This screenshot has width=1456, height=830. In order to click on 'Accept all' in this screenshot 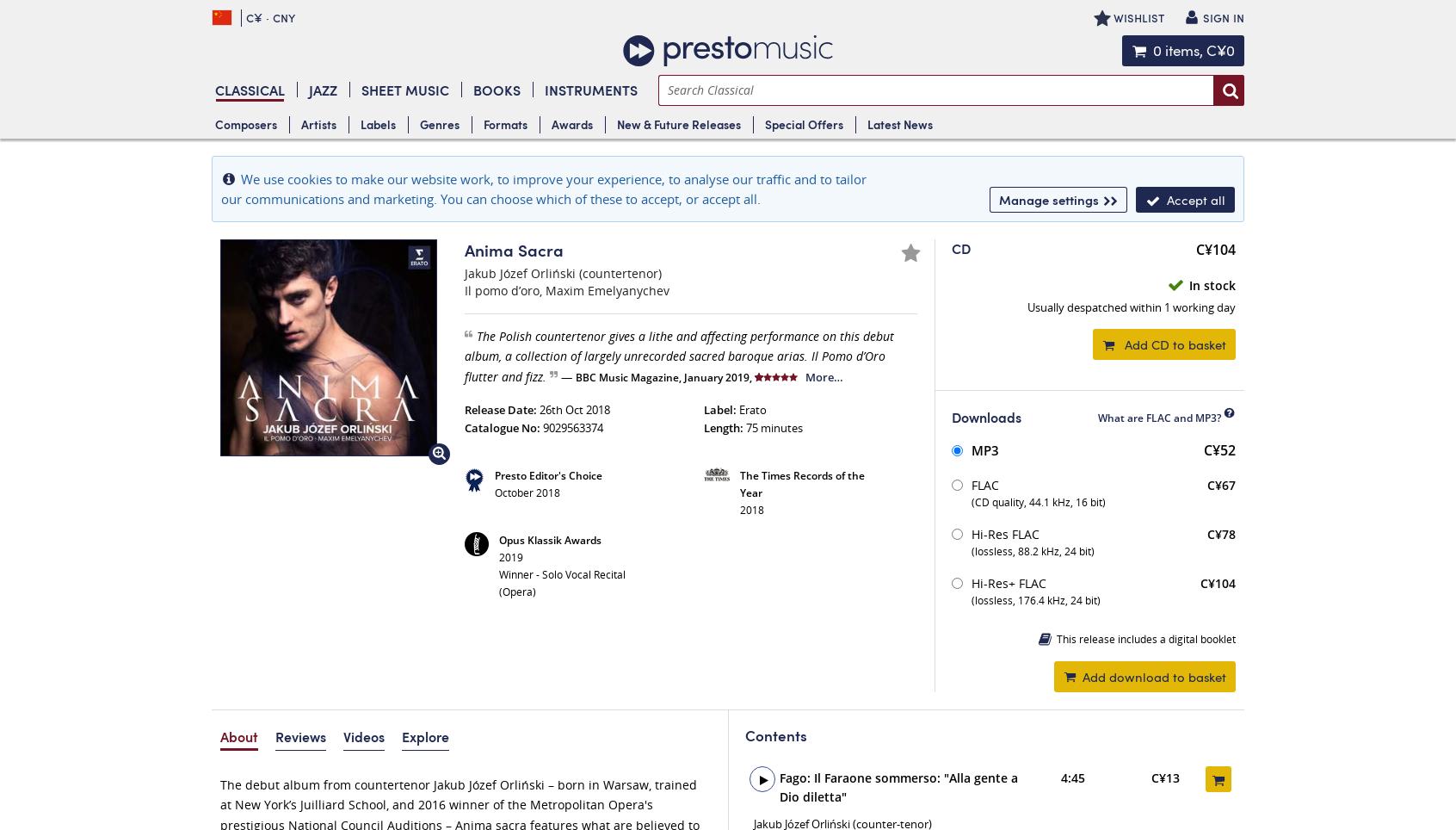, I will do `click(1195, 200)`.